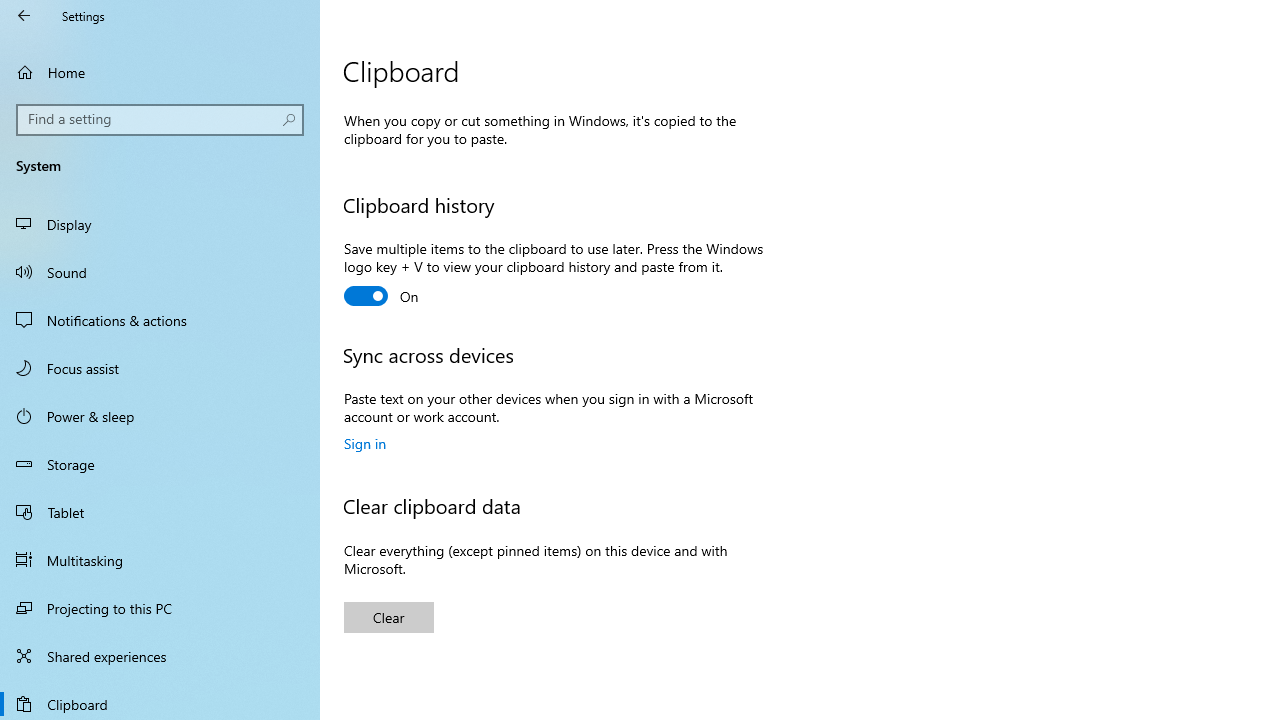 The height and width of the screenshot is (720, 1280). Describe the element at coordinates (365, 442) in the screenshot. I see `'Sign in'` at that location.